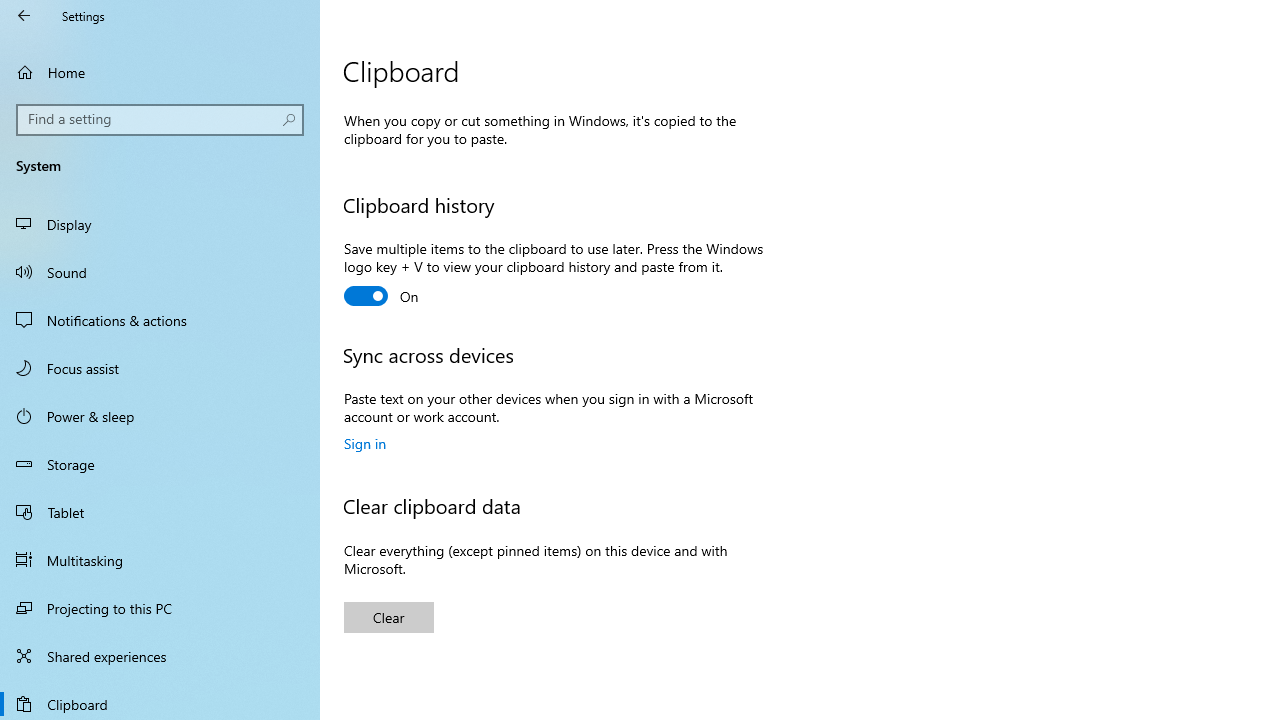 The height and width of the screenshot is (720, 1280). Describe the element at coordinates (365, 442) in the screenshot. I see `'Sign in'` at that location.